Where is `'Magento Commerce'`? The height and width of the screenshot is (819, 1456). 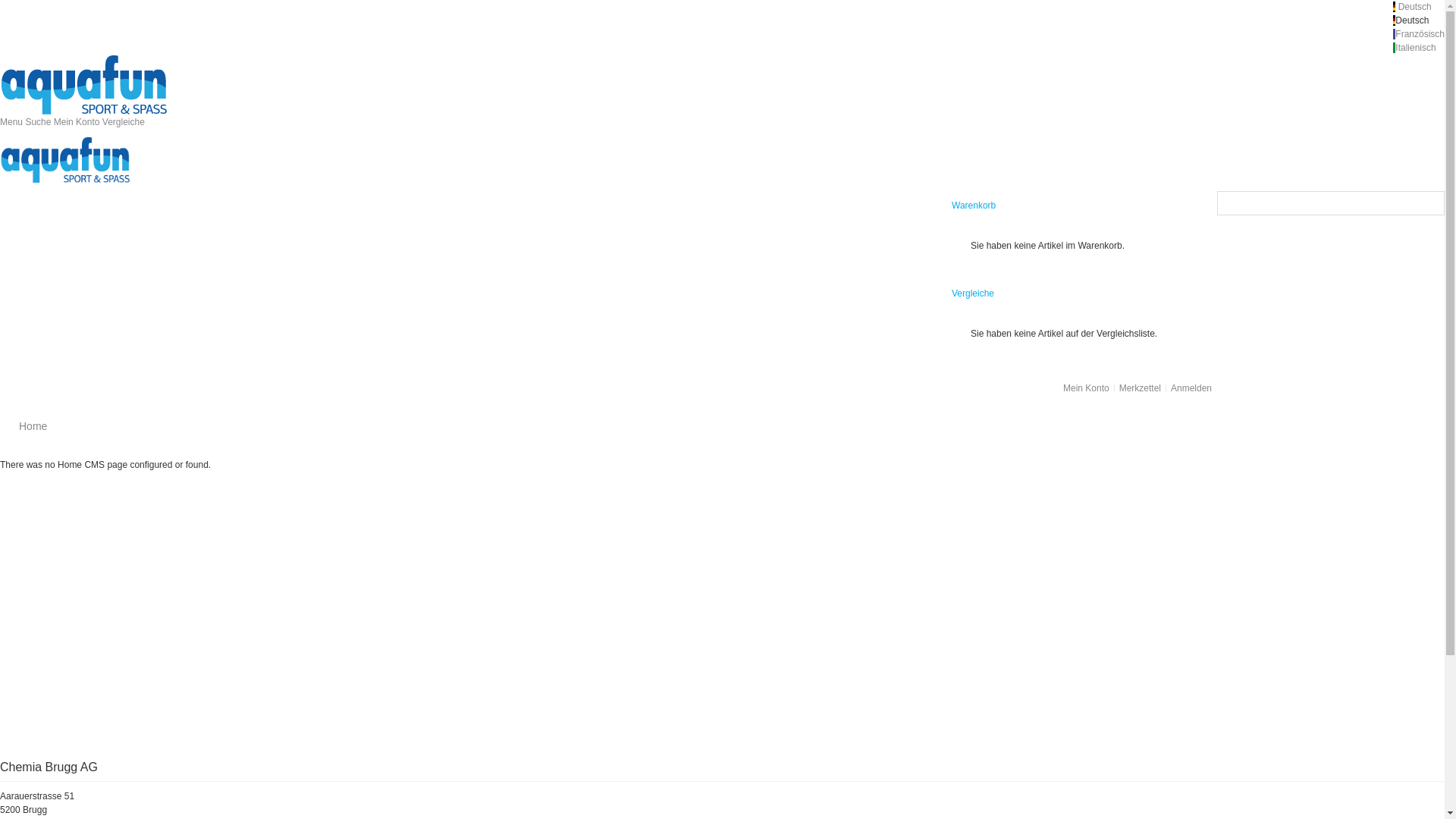 'Magento Commerce' is located at coordinates (83, 160).